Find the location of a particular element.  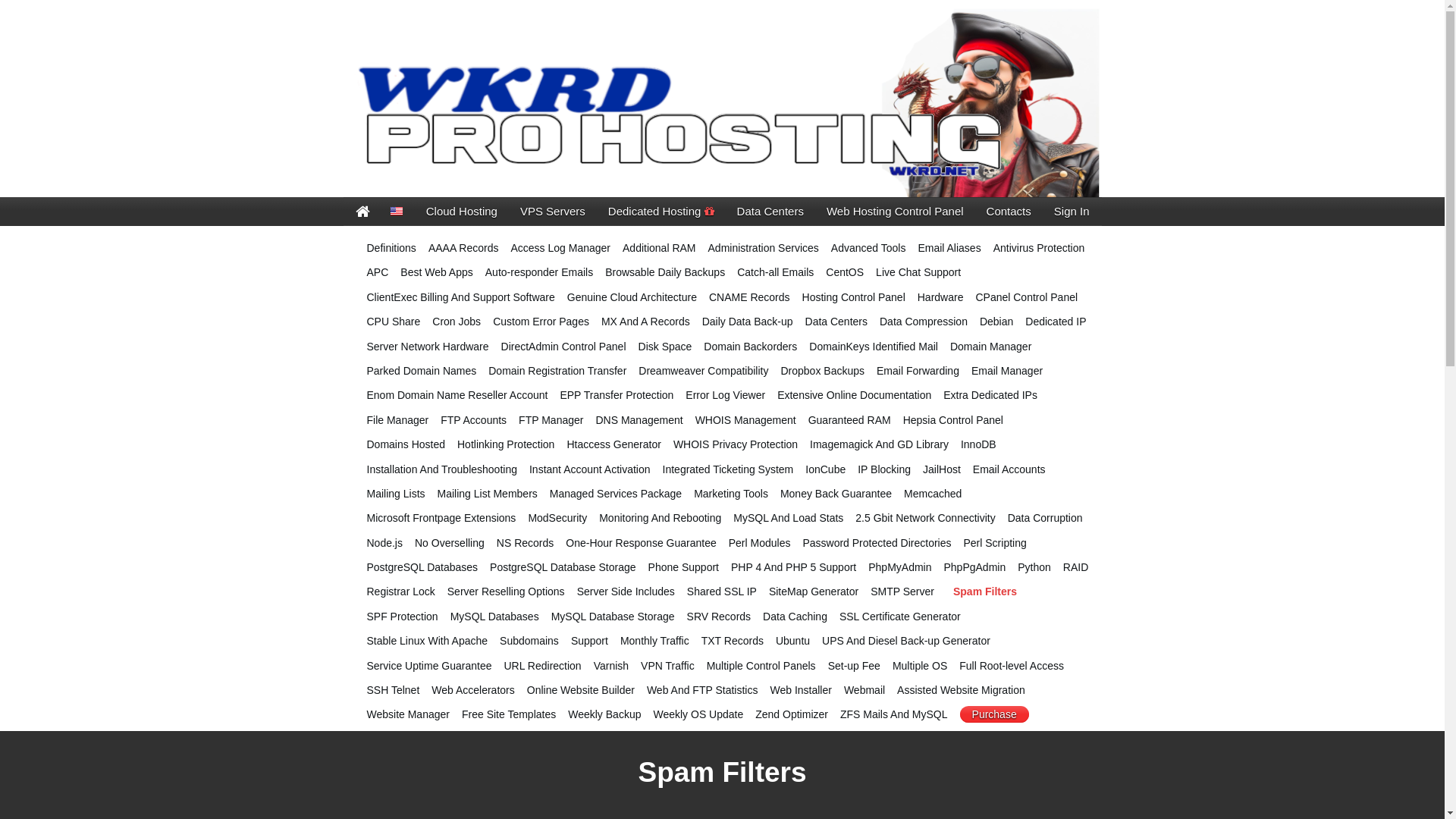

'Domain Manager' is located at coordinates (990, 346).